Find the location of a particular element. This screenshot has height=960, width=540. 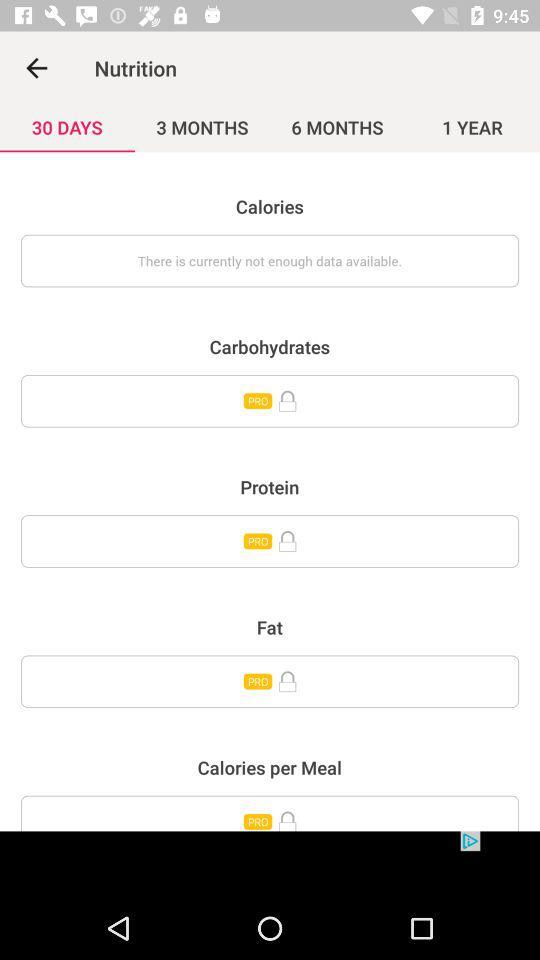

unlocks fat section is located at coordinates (270, 681).